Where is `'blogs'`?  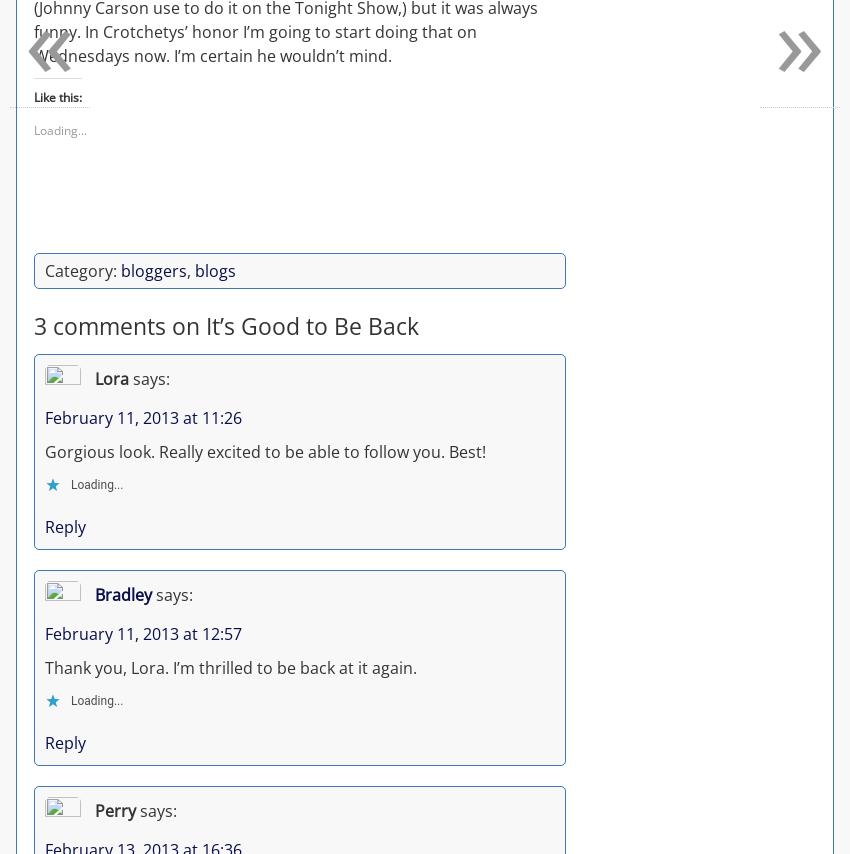 'blogs' is located at coordinates (215, 269).